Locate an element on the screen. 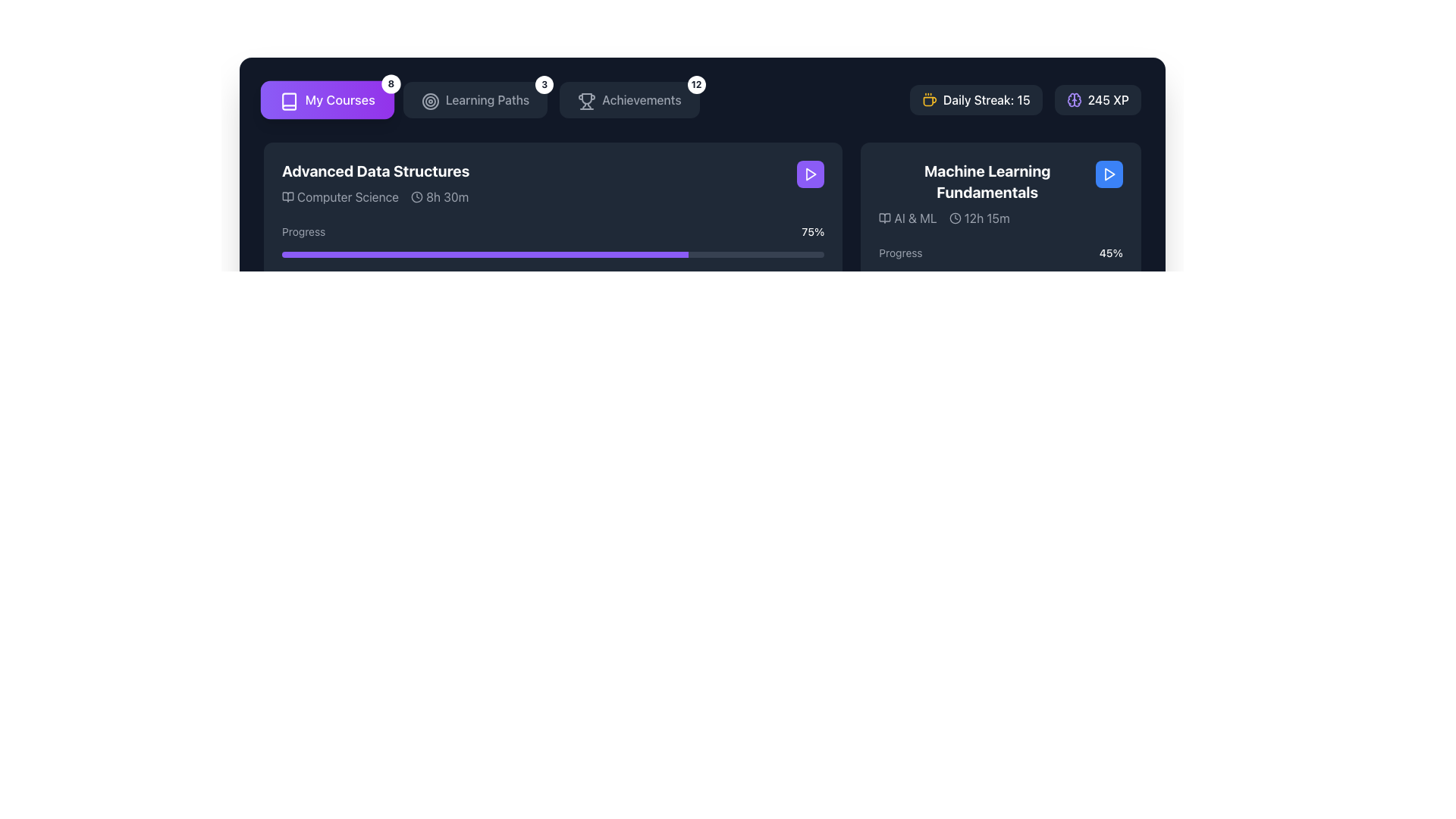  the circular counter badge displaying '12' at the top-right corner of the 'Achievements' UI component to associate the count with the 'Achievements' section is located at coordinates (695, 84).